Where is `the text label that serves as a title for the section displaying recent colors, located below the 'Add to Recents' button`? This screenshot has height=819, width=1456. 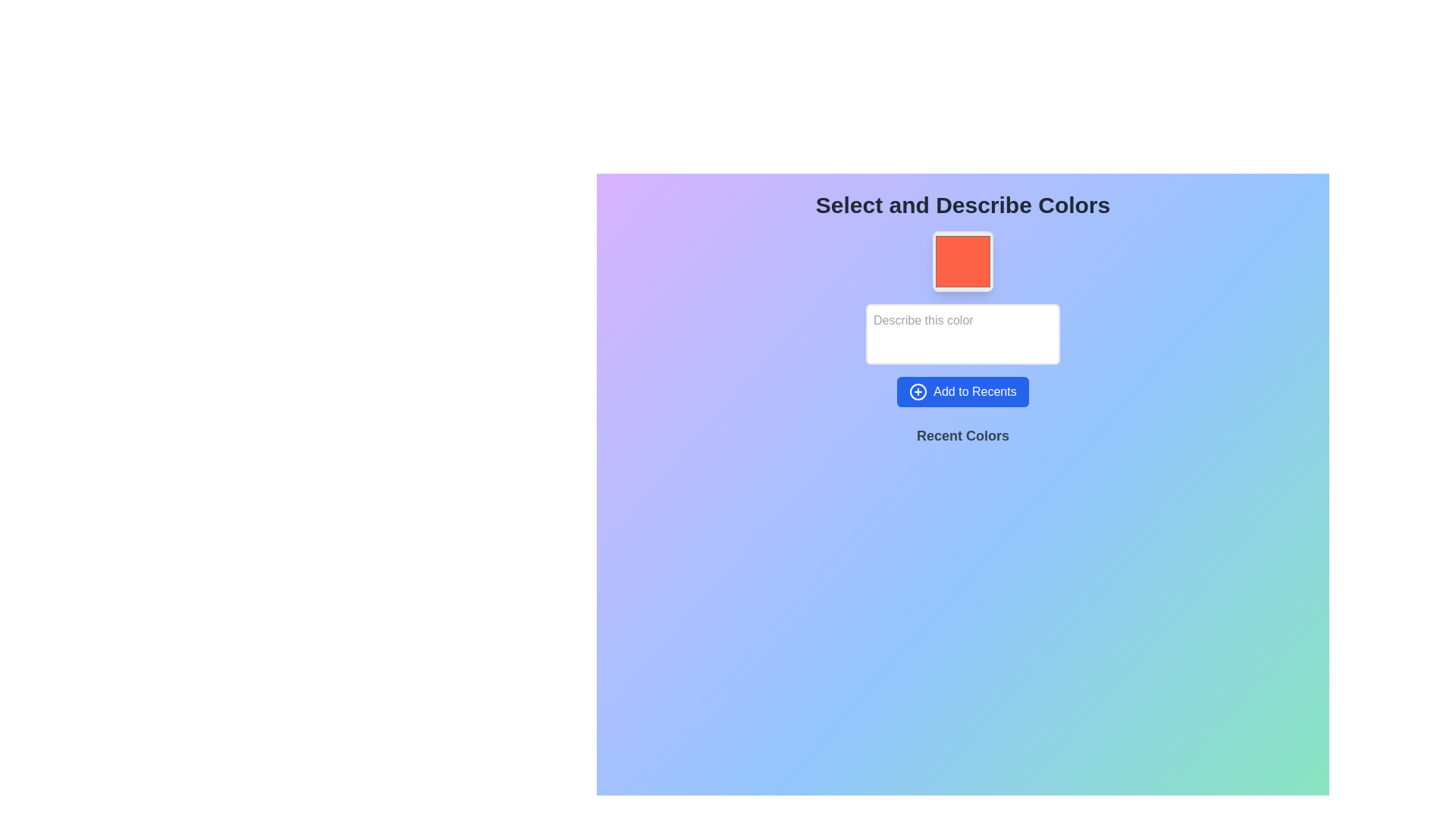 the text label that serves as a title for the section displaying recent colors, located below the 'Add to Recents' button is located at coordinates (962, 435).